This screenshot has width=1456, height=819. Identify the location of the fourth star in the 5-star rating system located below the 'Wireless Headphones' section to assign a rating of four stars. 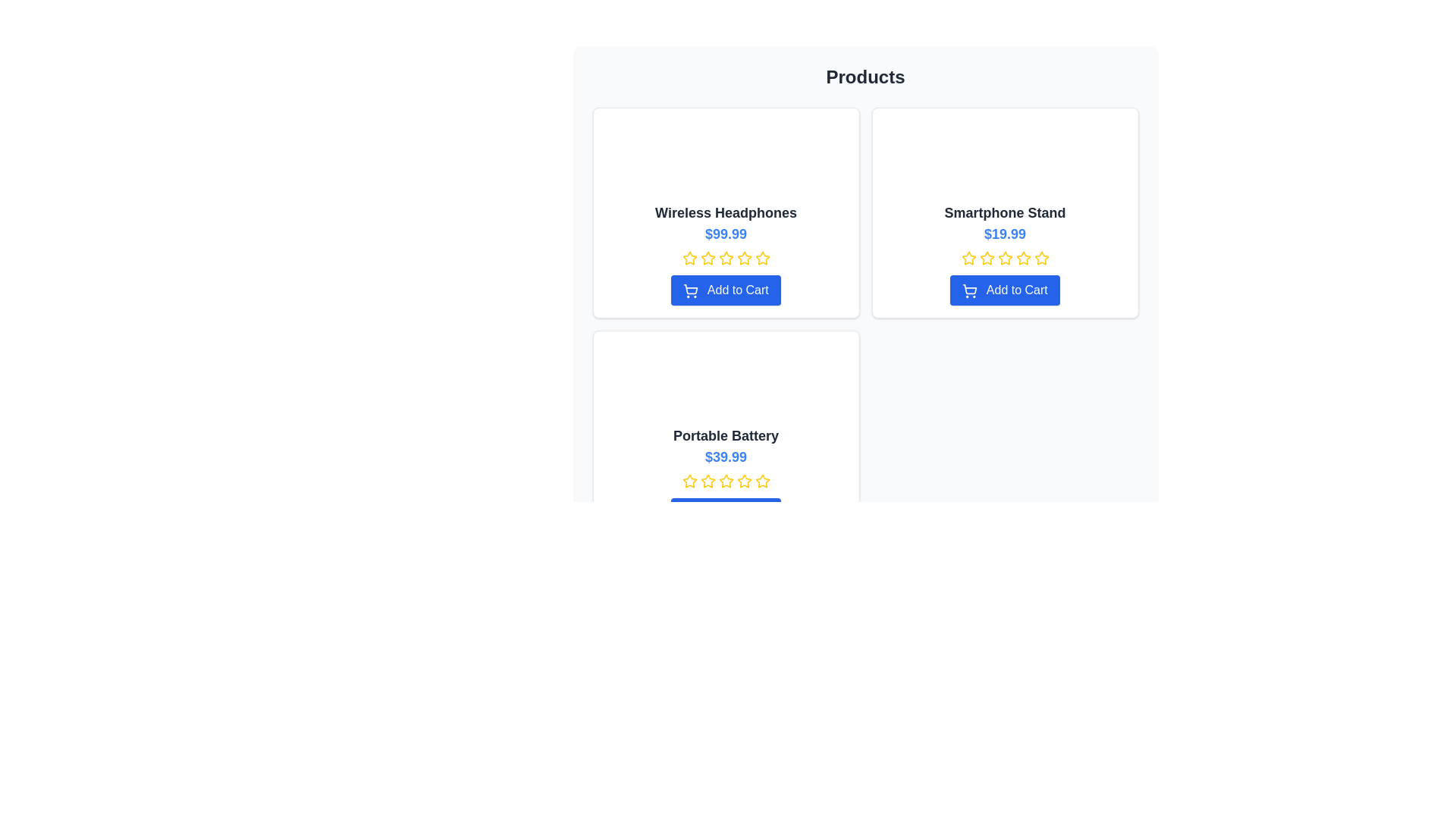
(744, 257).